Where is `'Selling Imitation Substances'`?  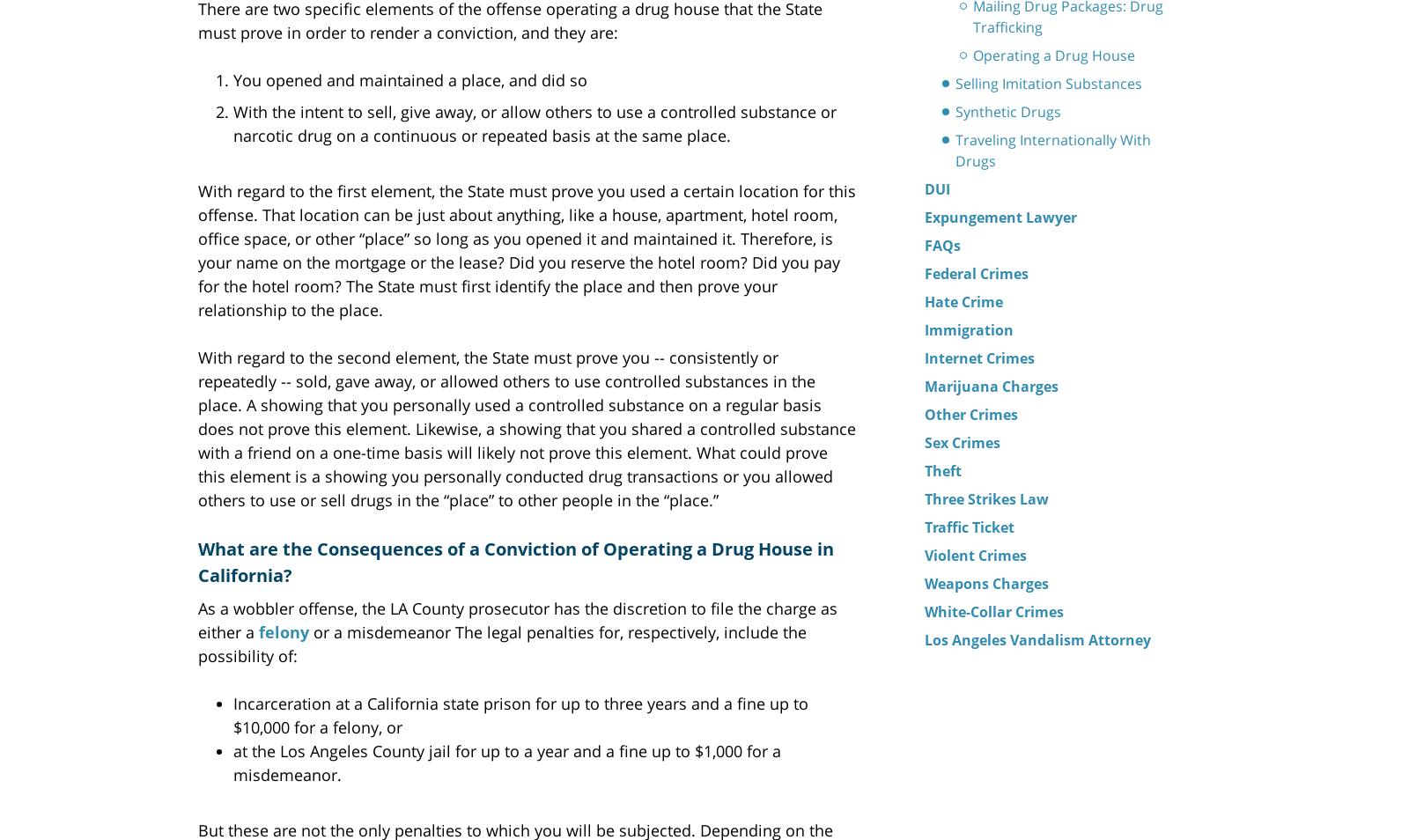
'Selling Imitation Substances' is located at coordinates (1049, 81).